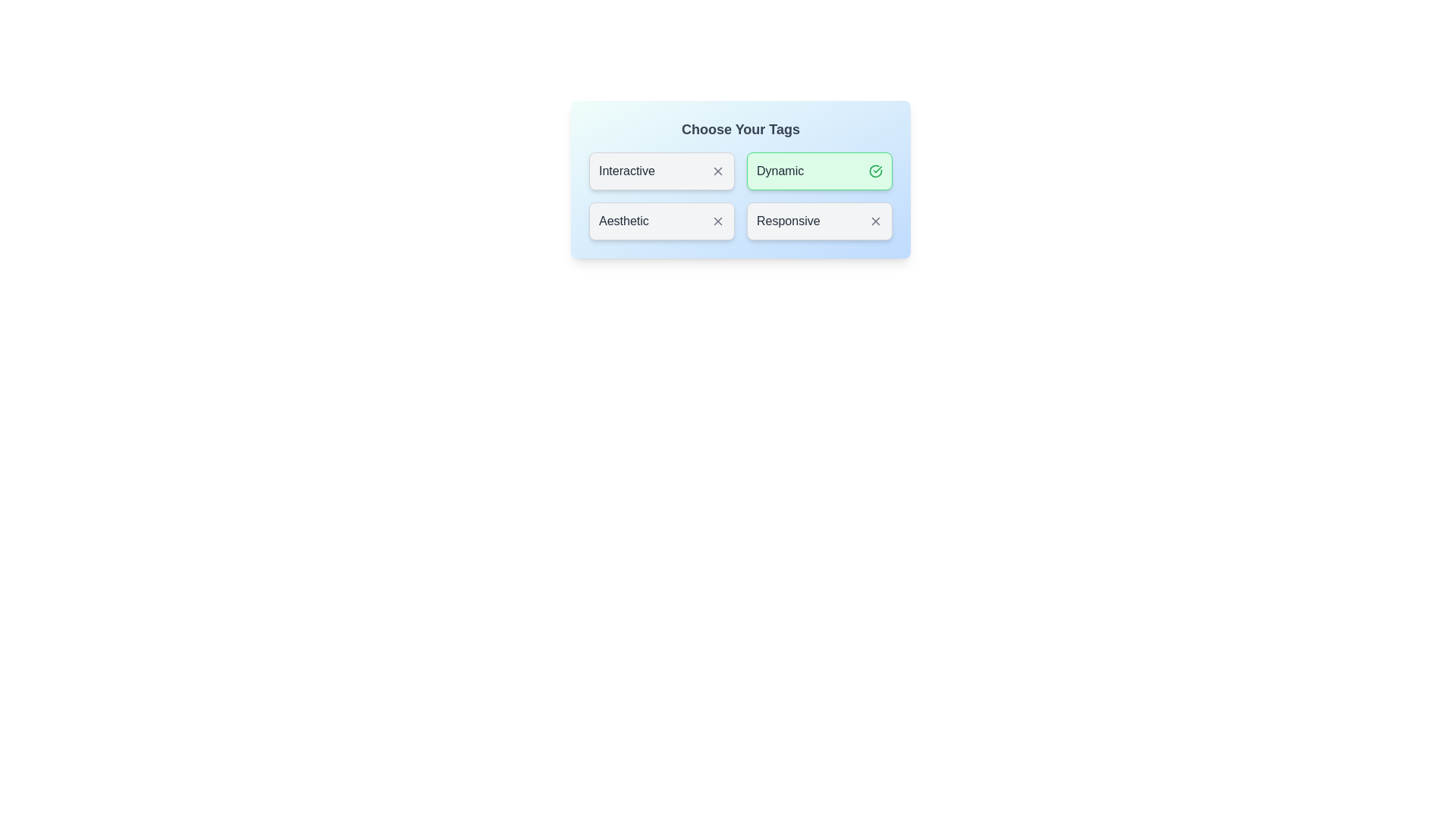  What do you see at coordinates (662, 171) in the screenshot?
I see `the tag labeled Interactive` at bounding box center [662, 171].